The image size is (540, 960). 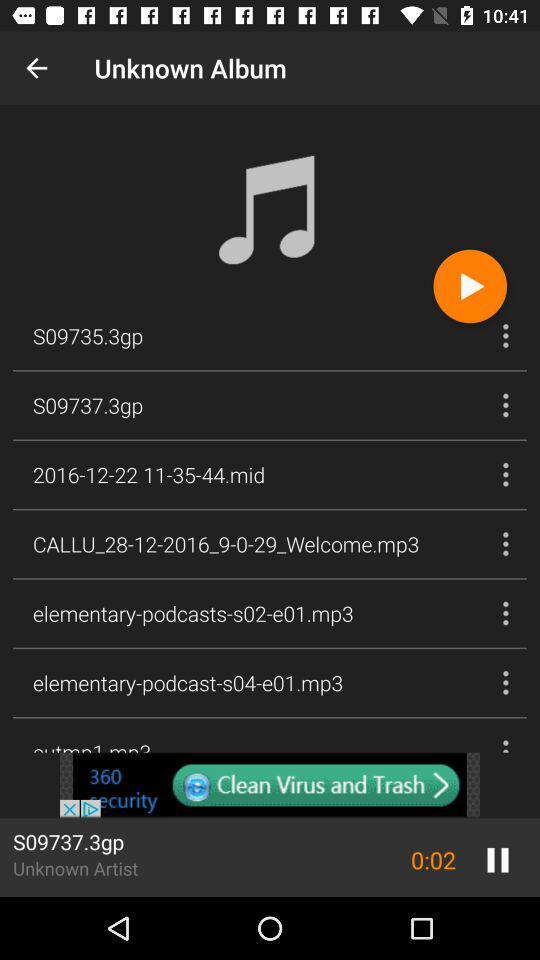 I want to click on the pause icon, so click(x=496, y=859).